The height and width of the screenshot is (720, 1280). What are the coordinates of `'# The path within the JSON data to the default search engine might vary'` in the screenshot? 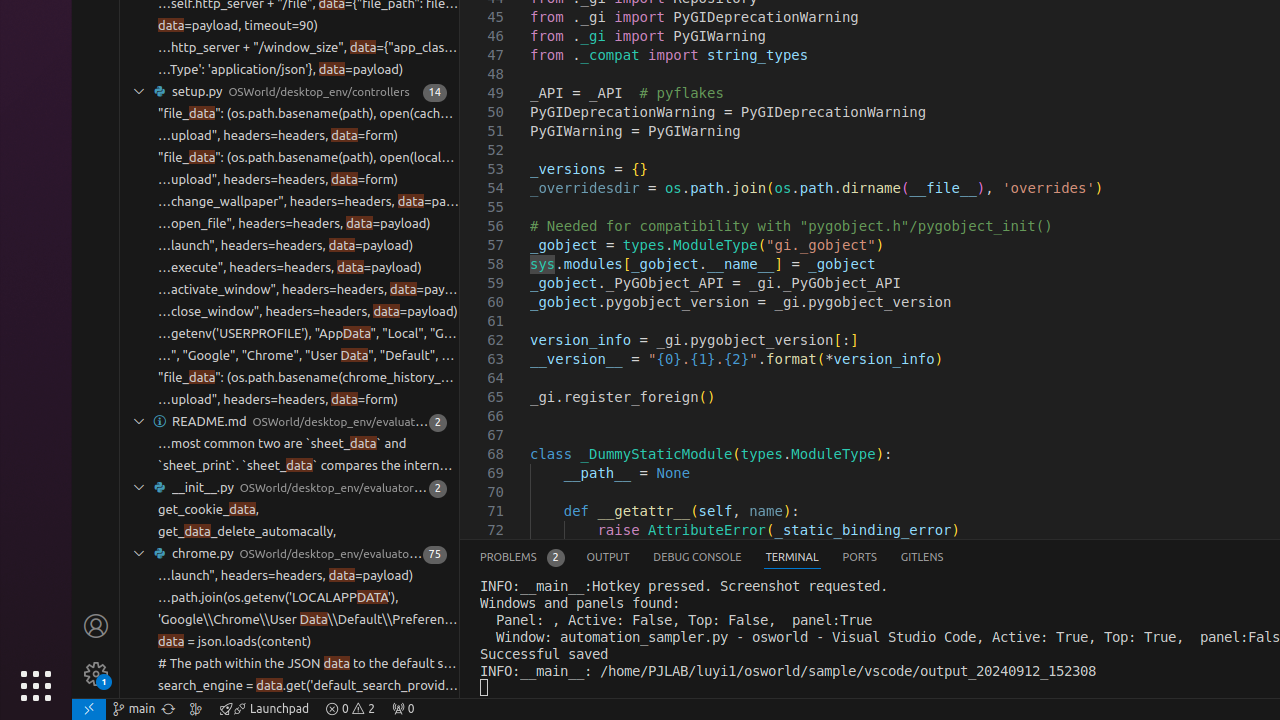 It's located at (307, 663).